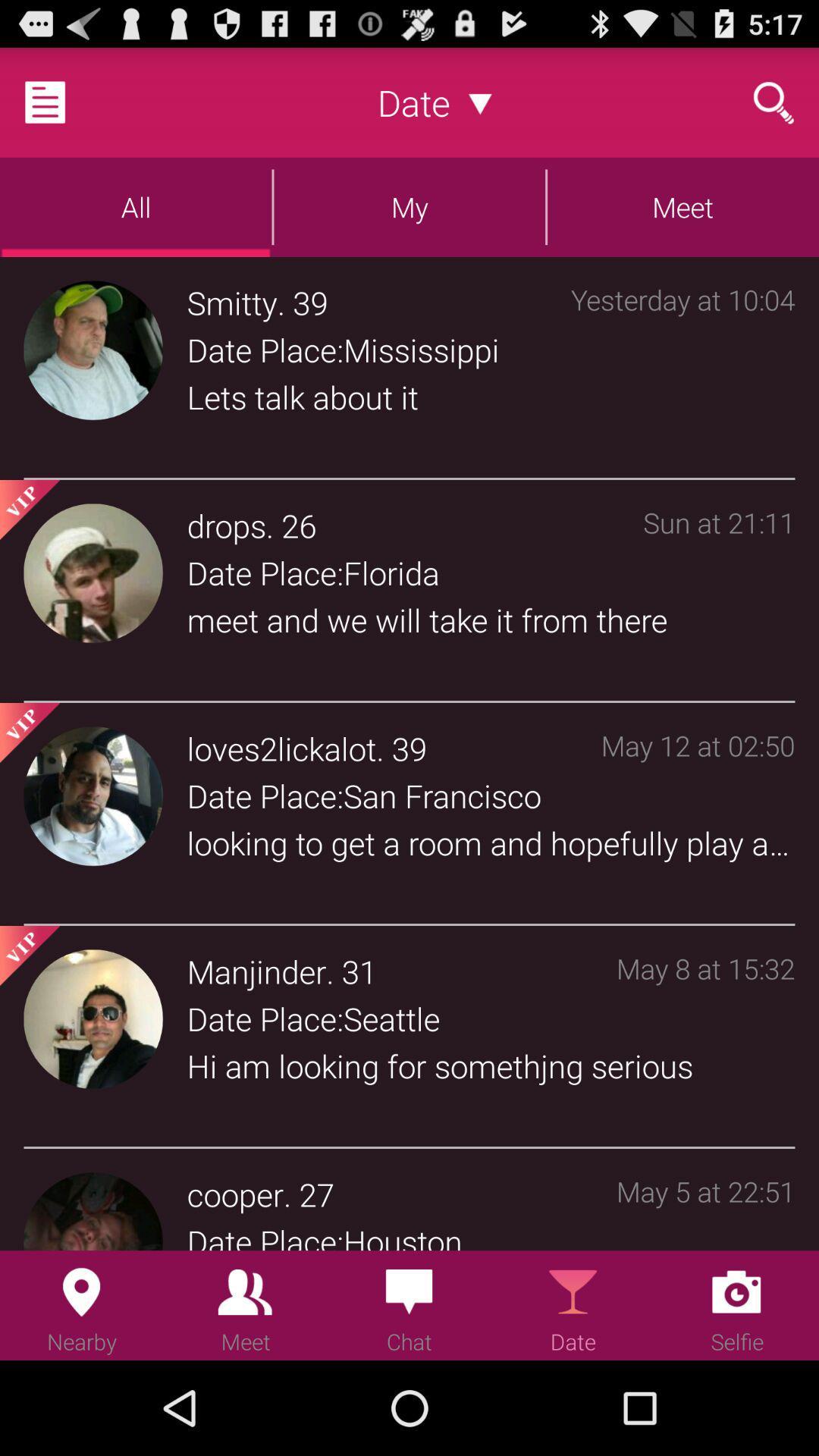 This screenshot has width=819, height=1456. What do you see at coordinates (718, 593) in the screenshot?
I see `sun at 21` at bounding box center [718, 593].